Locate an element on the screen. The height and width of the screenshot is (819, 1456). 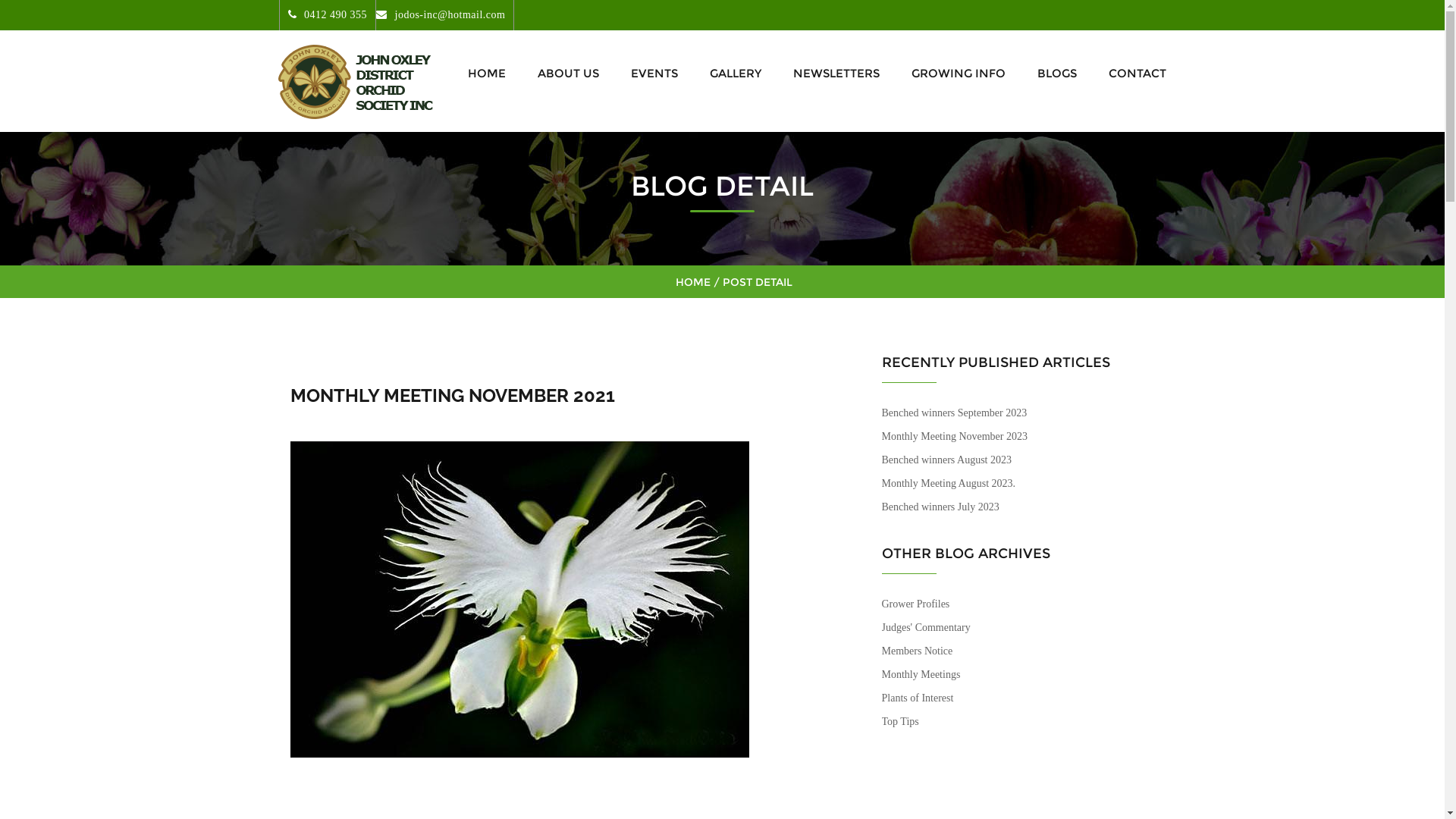
'HOME' is located at coordinates (486, 73).